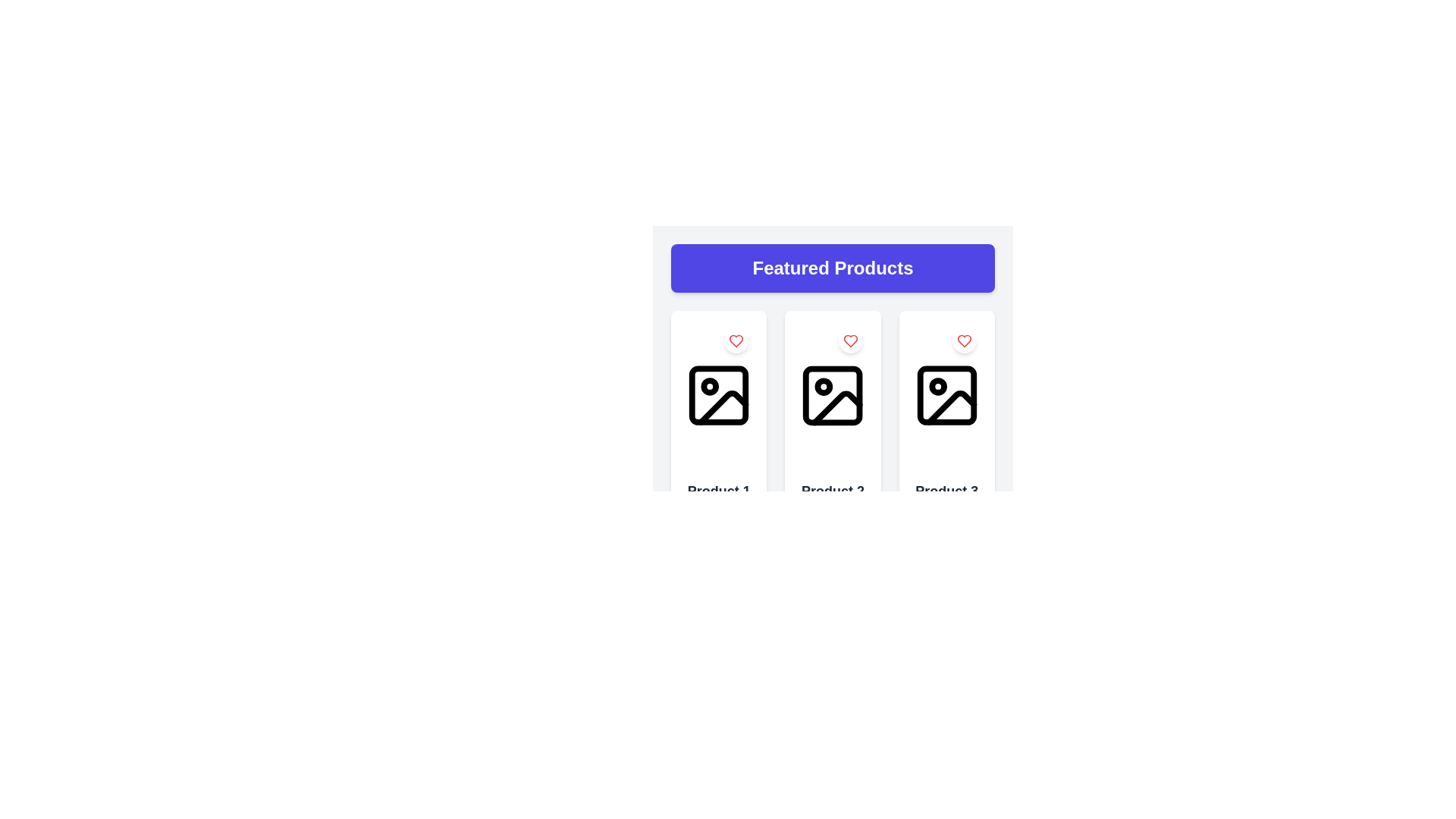  I want to click on the graphic icon representing a feature or selection point for the first product image in the 'Featured Products' section, so click(709, 386).